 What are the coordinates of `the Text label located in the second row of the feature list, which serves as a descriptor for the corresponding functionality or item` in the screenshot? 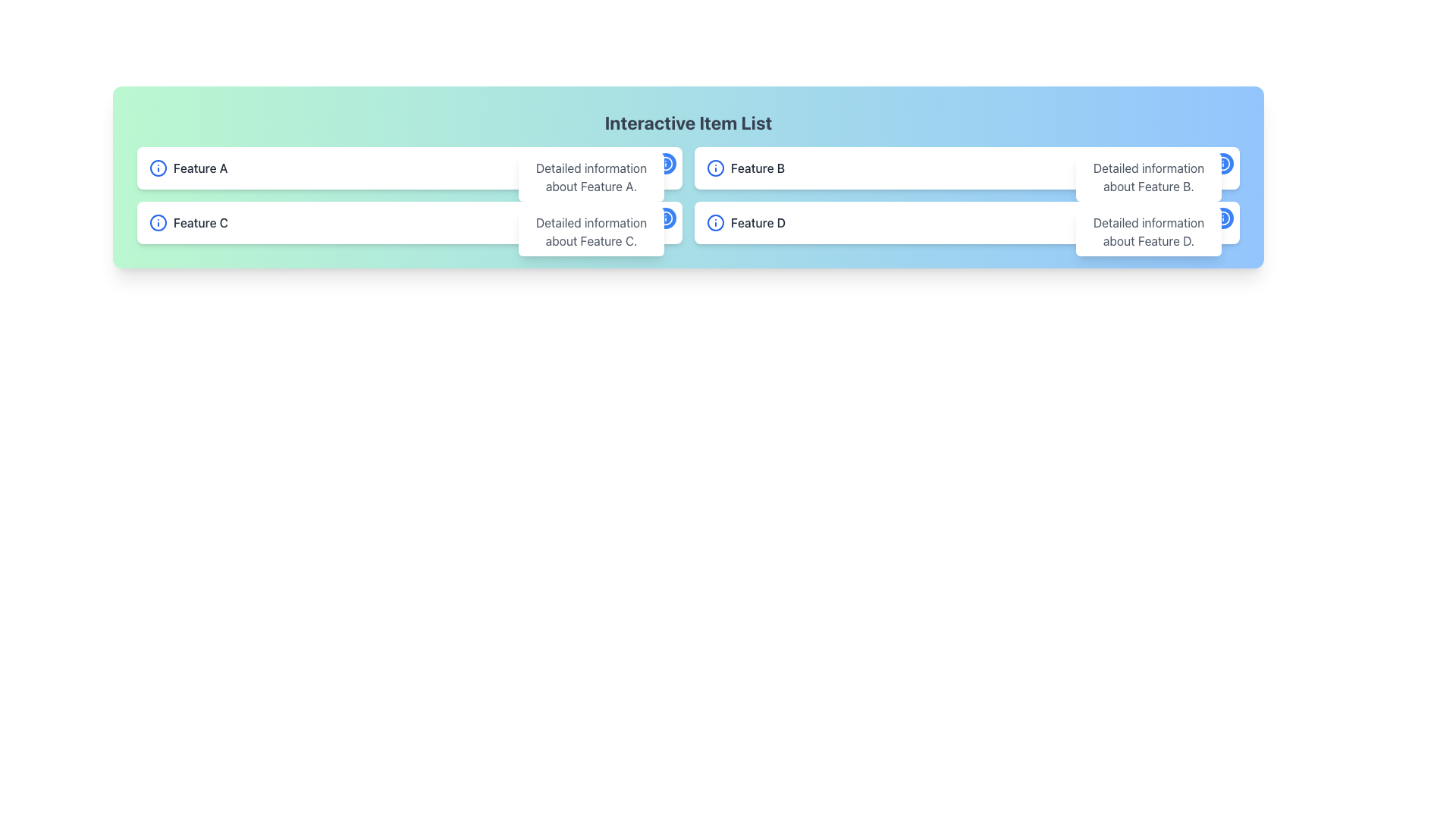 It's located at (758, 168).